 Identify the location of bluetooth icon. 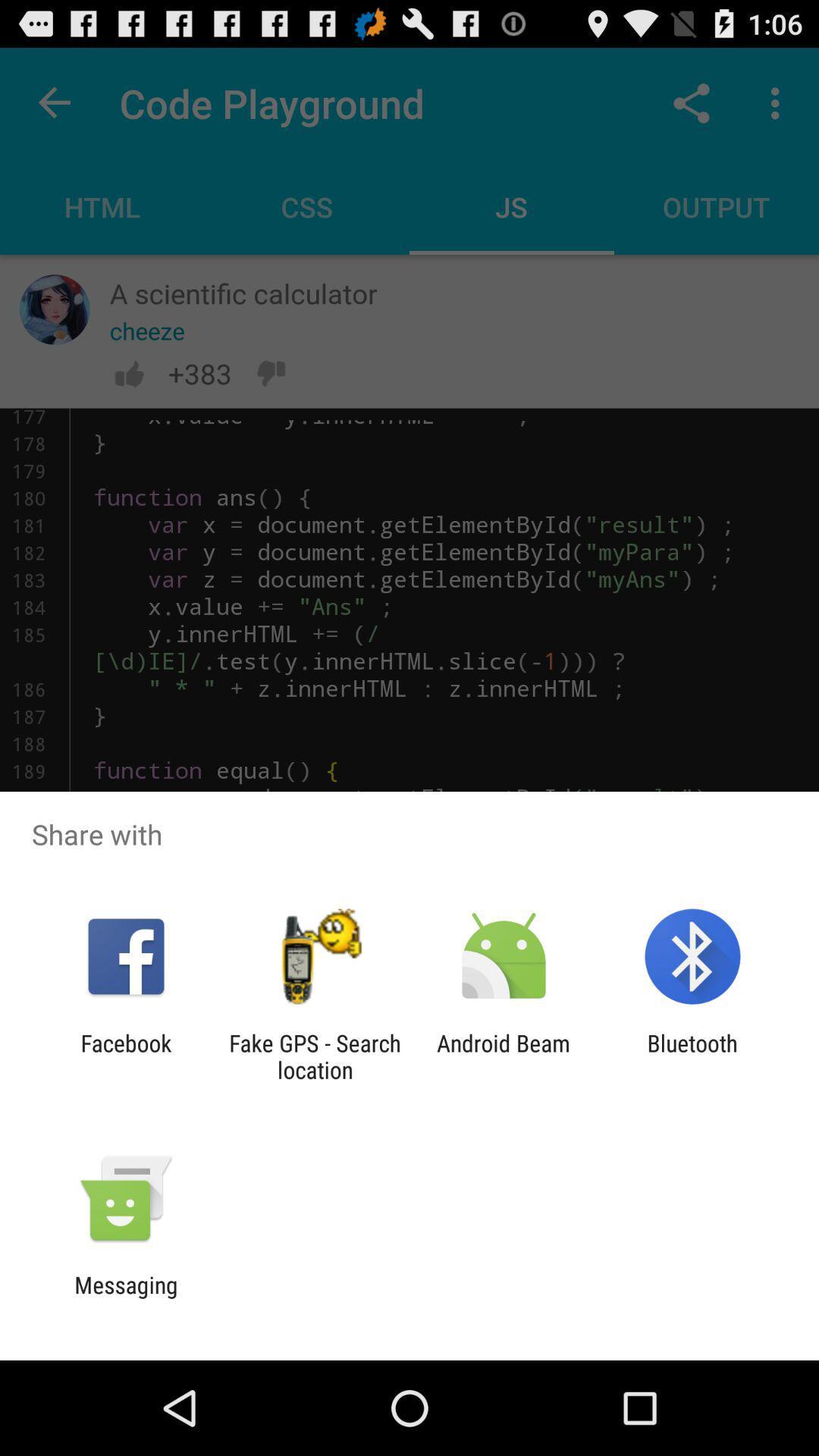
(692, 1056).